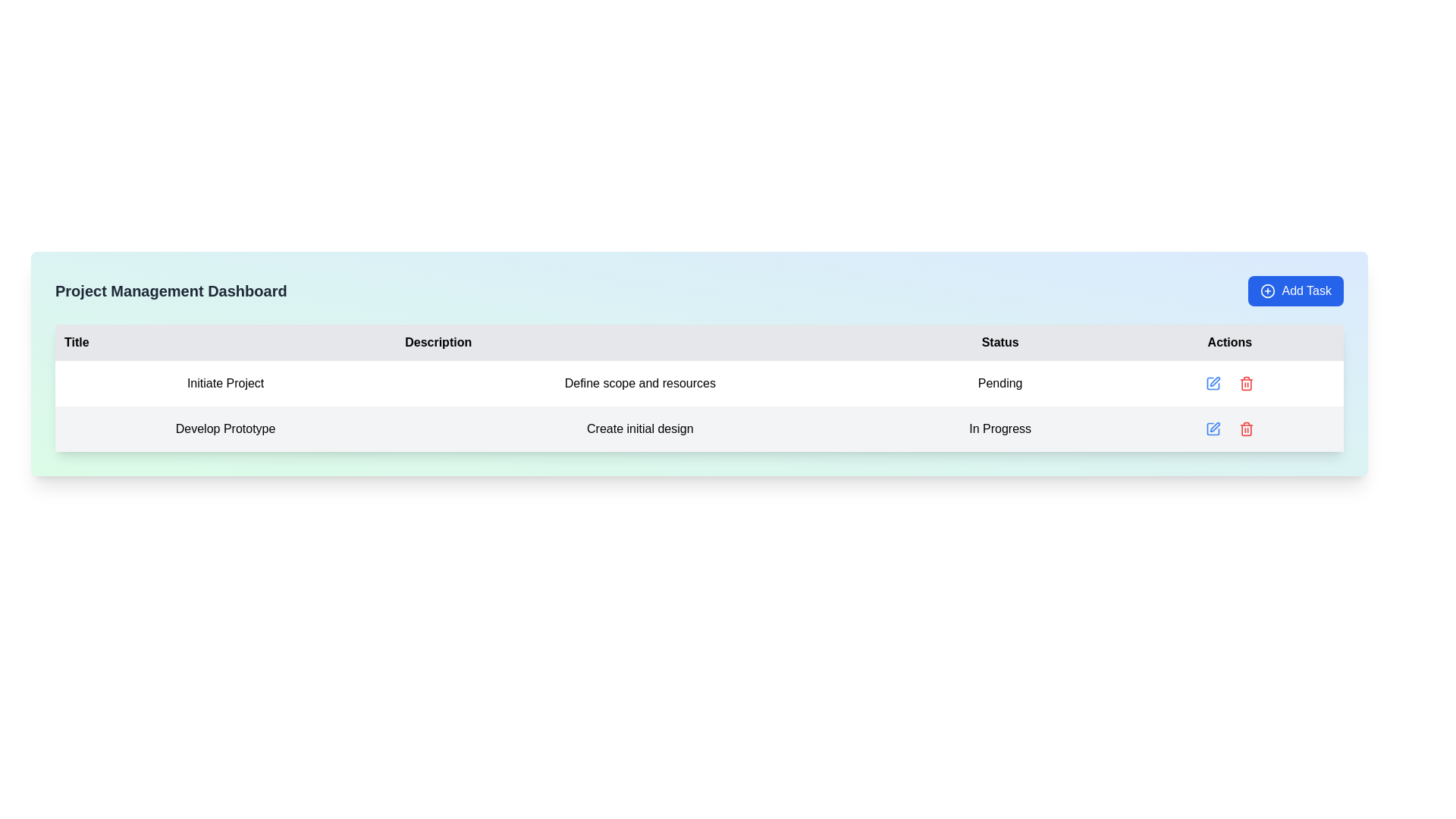  What do you see at coordinates (224, 382) in the screenshot?
I see `the text label that displays the project title, located in the top row of the table within the 'Title' column, positioned above 'Develop Prototype'` at bounding box center [224, 382].